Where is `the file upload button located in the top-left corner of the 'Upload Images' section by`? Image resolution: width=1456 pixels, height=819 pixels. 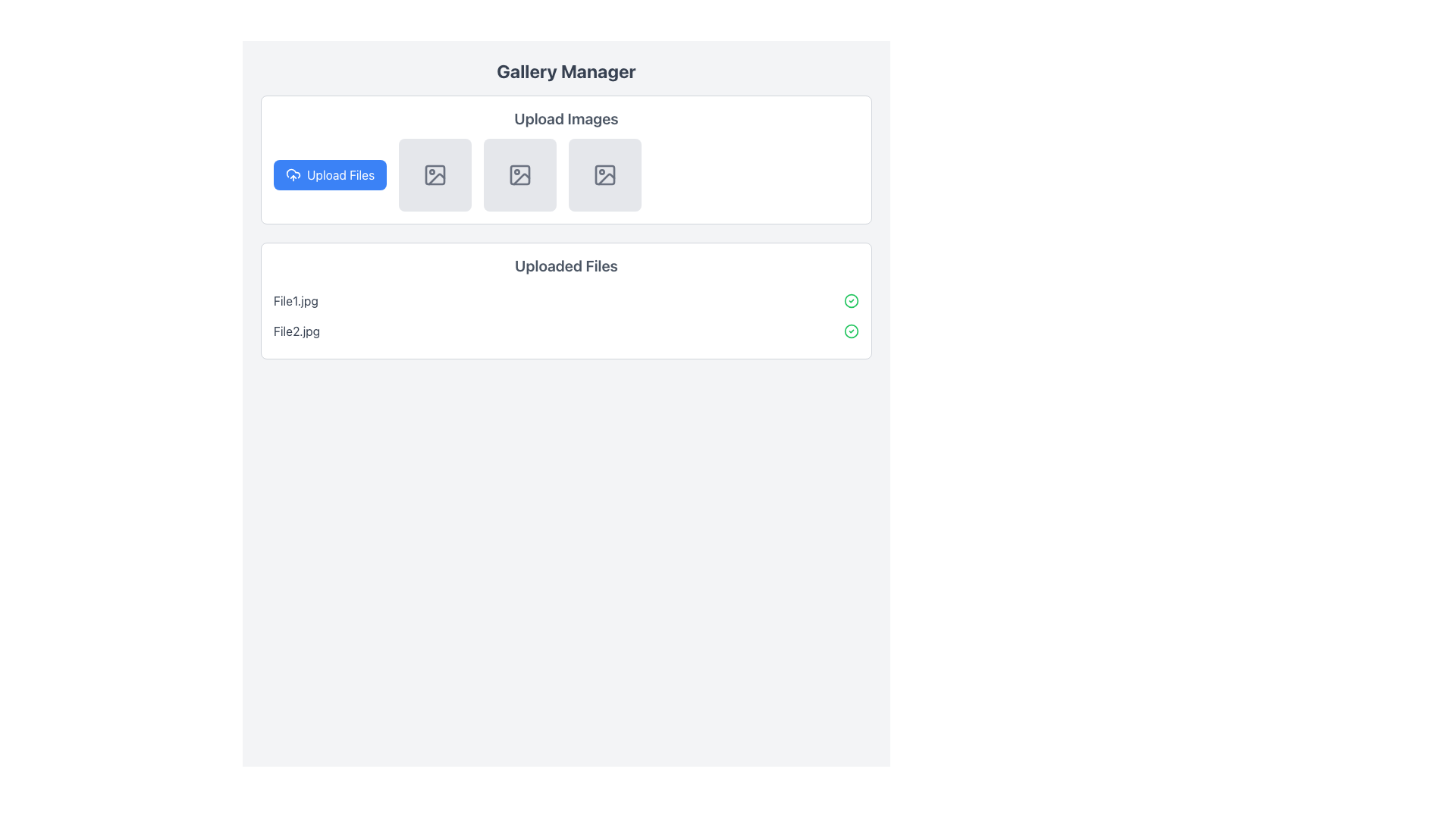 the file upload button located in the top-left corner of the 'Upload Images' section by is located at coordinates (329, 174).